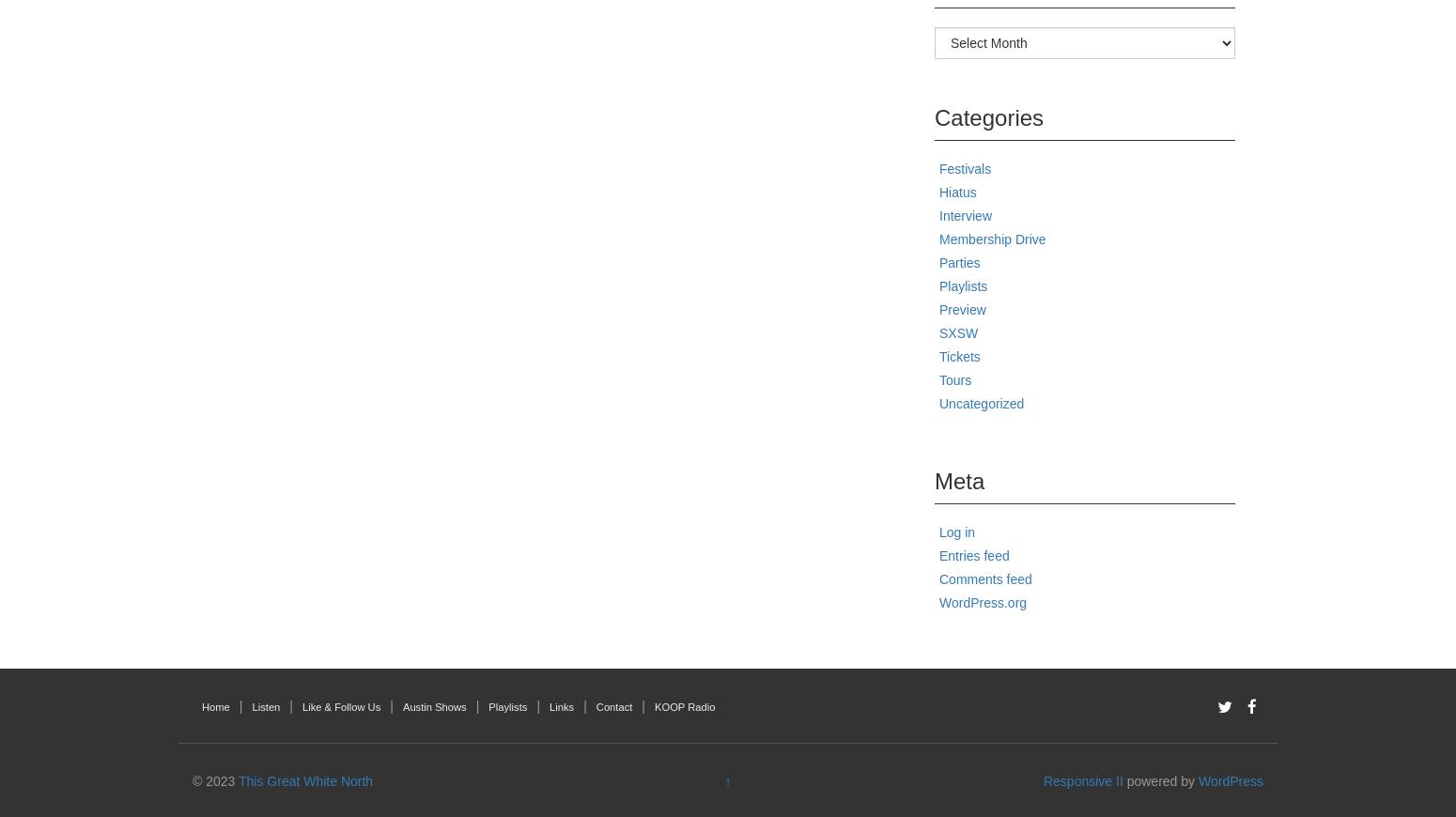 This screenshot has height=817, width=1456. What do you see at coordinates (956, 531) in the screenshot?
I see `'Log in'` at bounding box center [956, 531].